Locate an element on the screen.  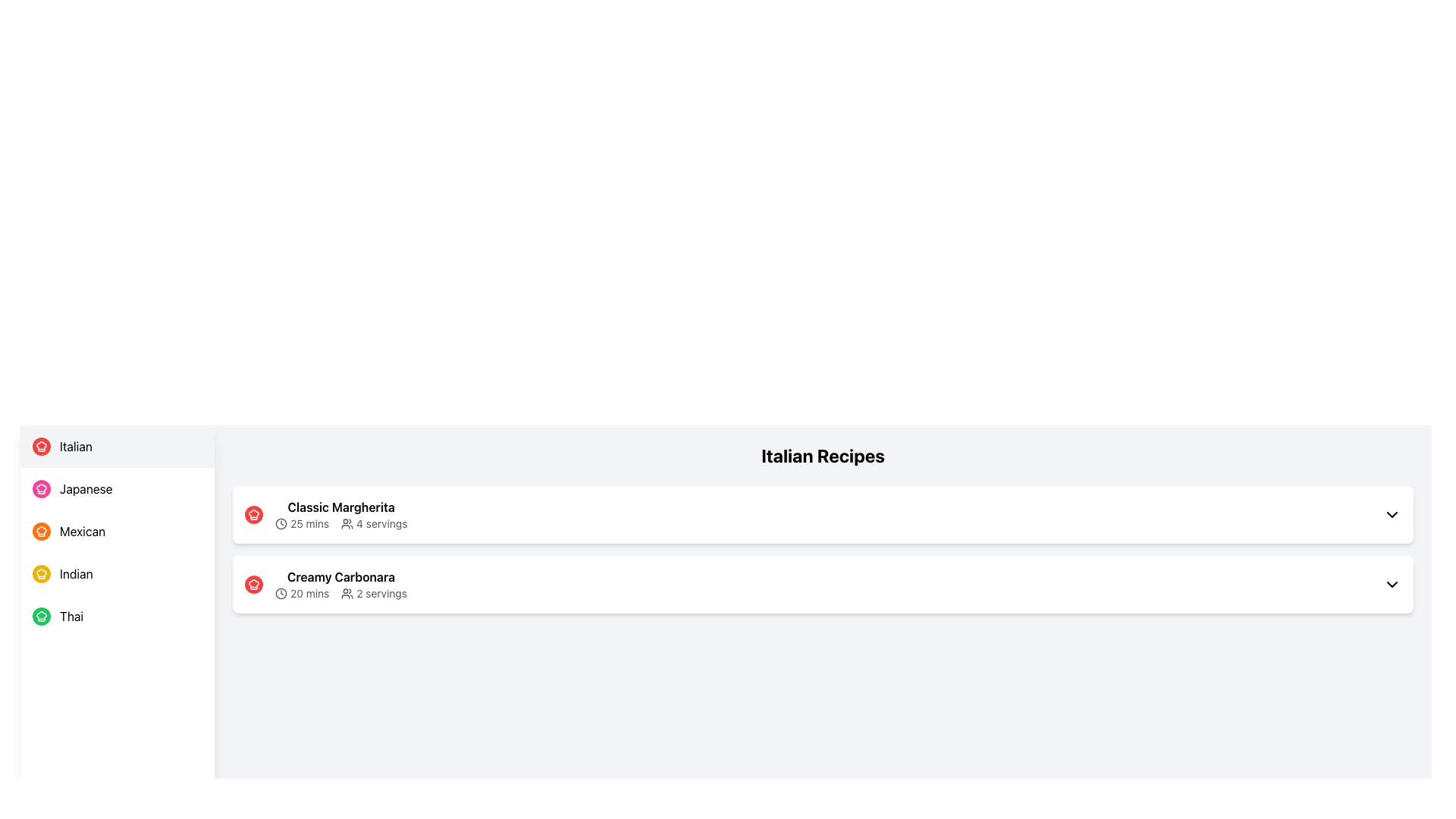
the text and icon displaying '4 servings' located next to the '25 mins' text in the recipe card for 'Classic Margherita' is located at coordinates (374, 522).